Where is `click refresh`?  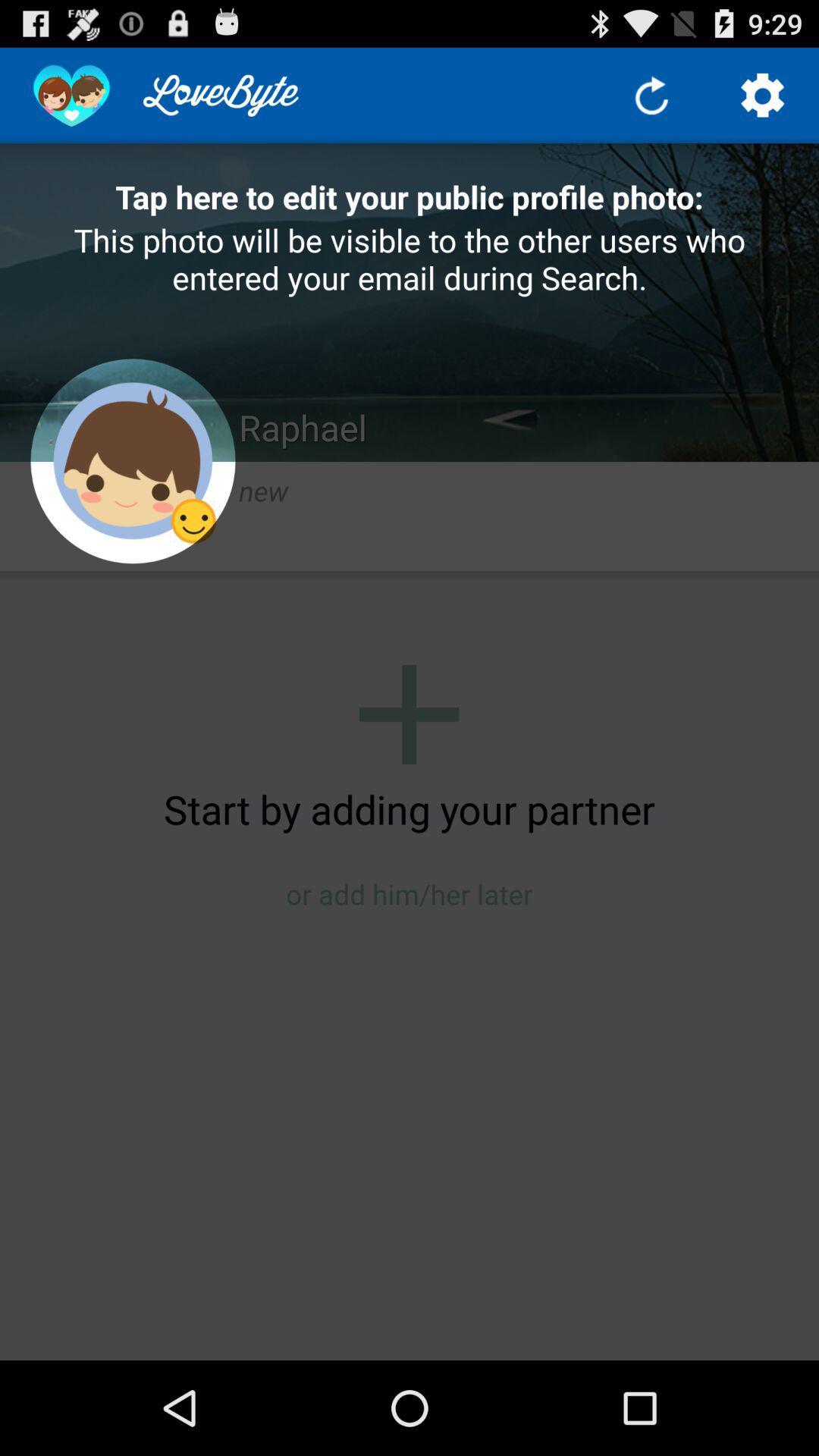 click refresh is located at coordinates (651, 94).